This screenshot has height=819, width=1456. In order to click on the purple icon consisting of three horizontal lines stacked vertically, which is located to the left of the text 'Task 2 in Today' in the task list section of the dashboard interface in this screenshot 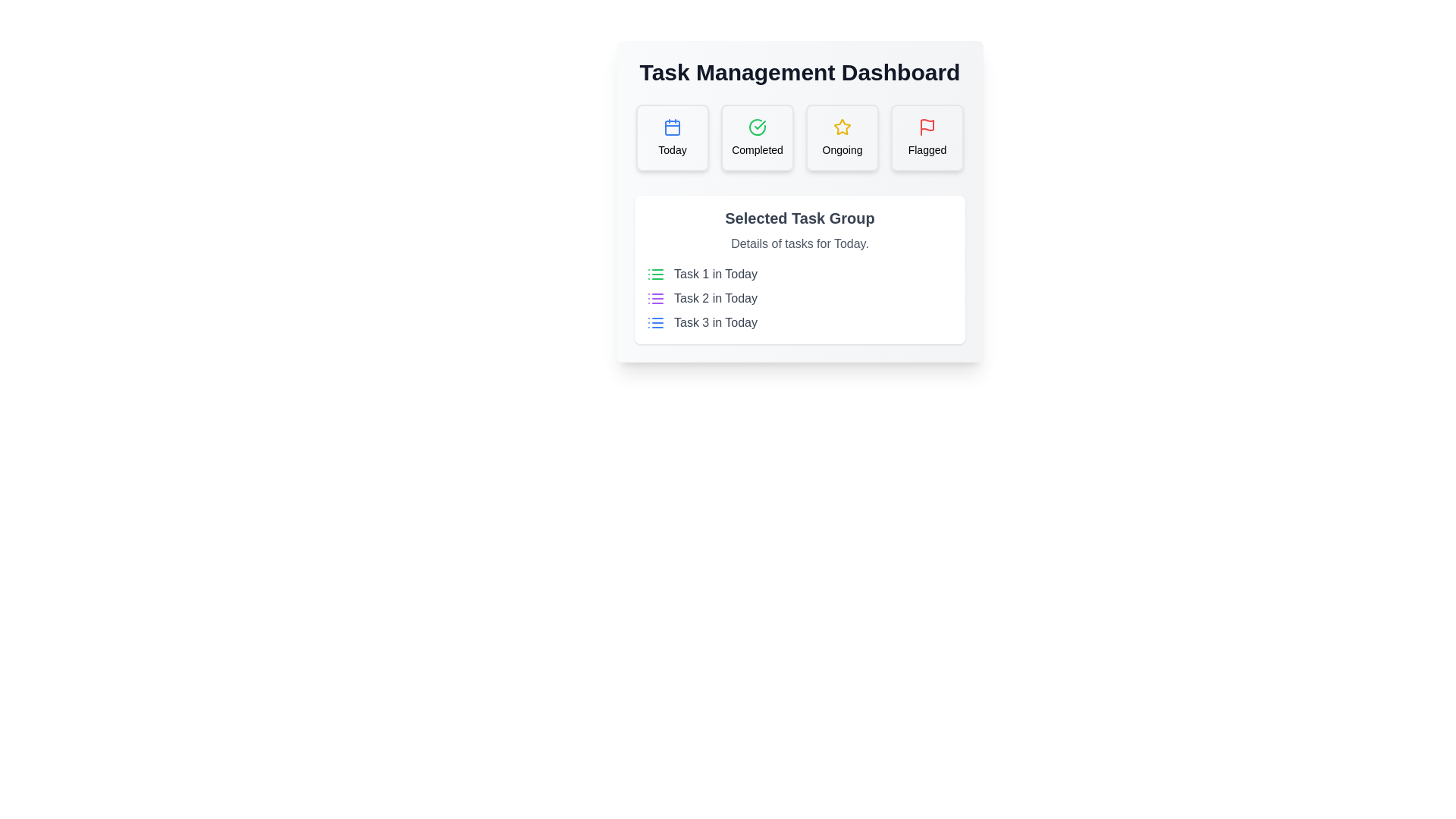, I will do `click(655, 298)`.